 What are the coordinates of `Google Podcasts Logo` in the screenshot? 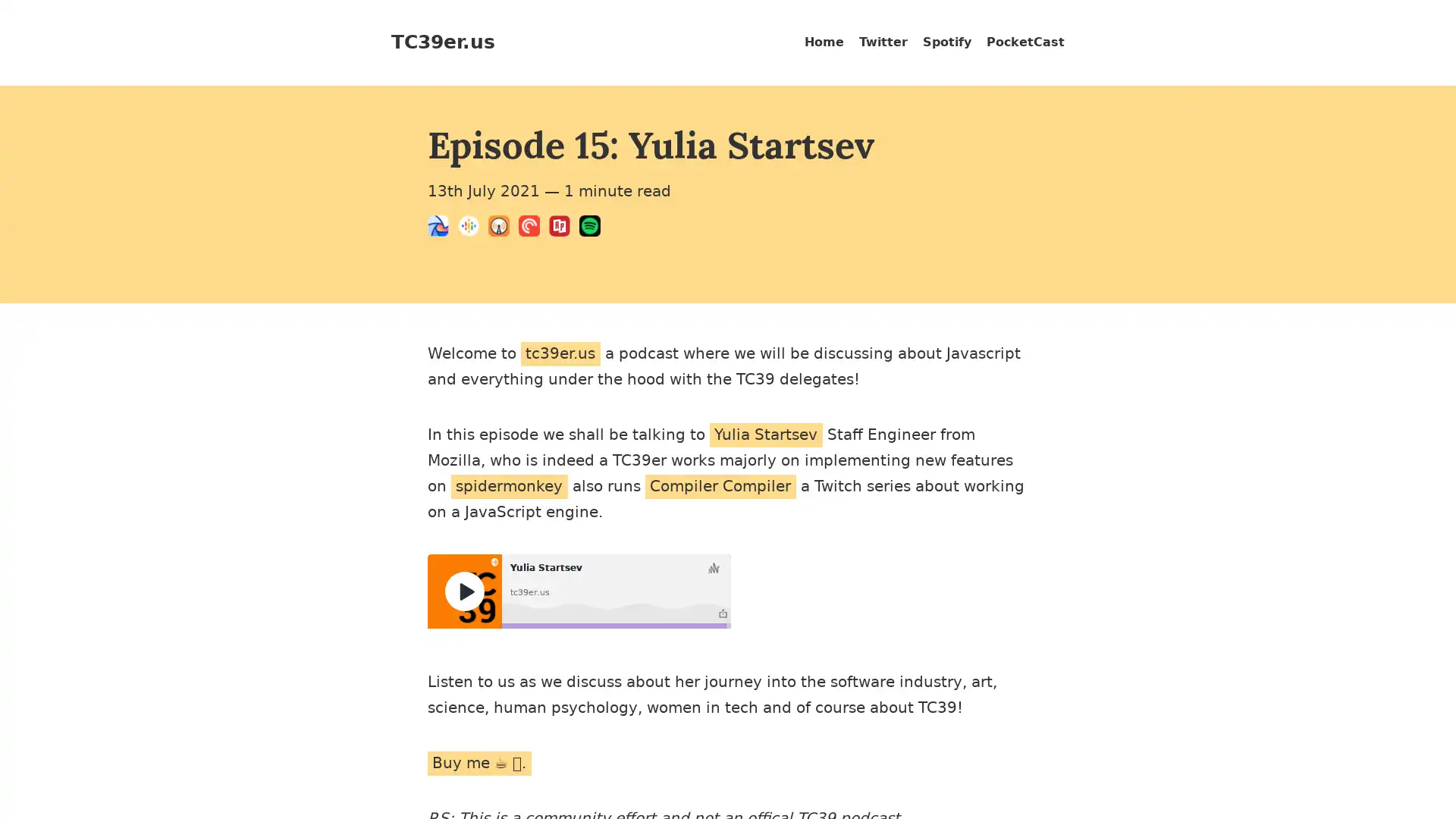 It's located at (472, 228).